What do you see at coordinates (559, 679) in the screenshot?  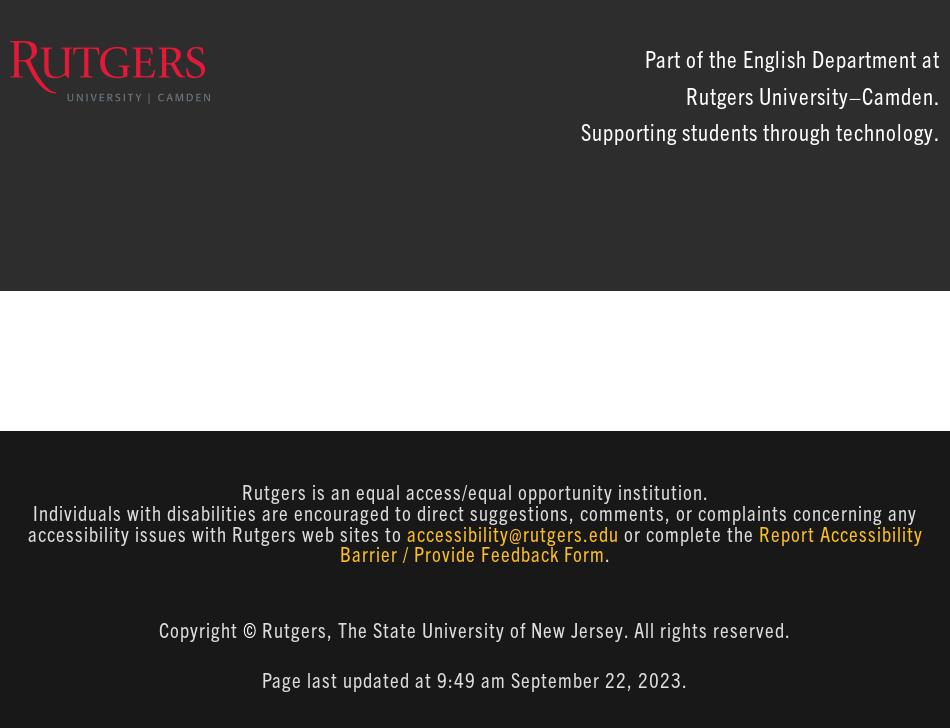 I see `'9:49 am September 22, 2023'` at bounding box center [559, 679].